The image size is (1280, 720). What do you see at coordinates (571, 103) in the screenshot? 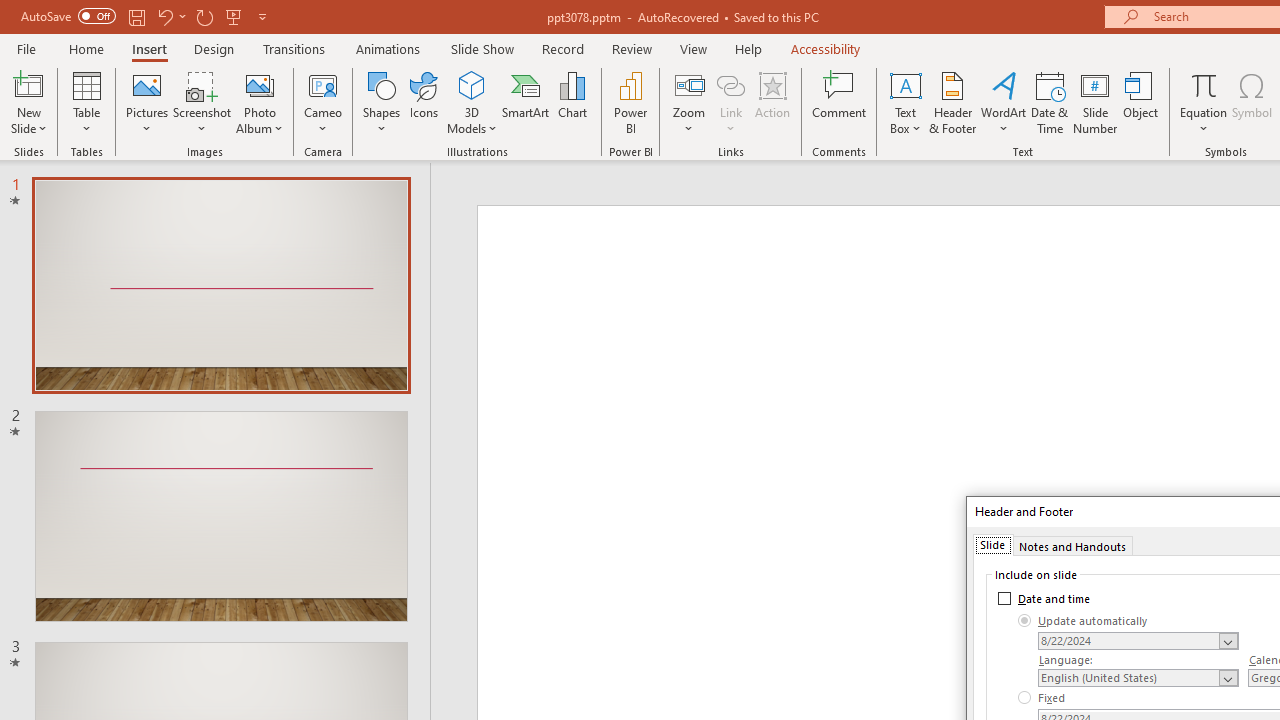
I see `'Chart...'` at bounding box center [571, 103].